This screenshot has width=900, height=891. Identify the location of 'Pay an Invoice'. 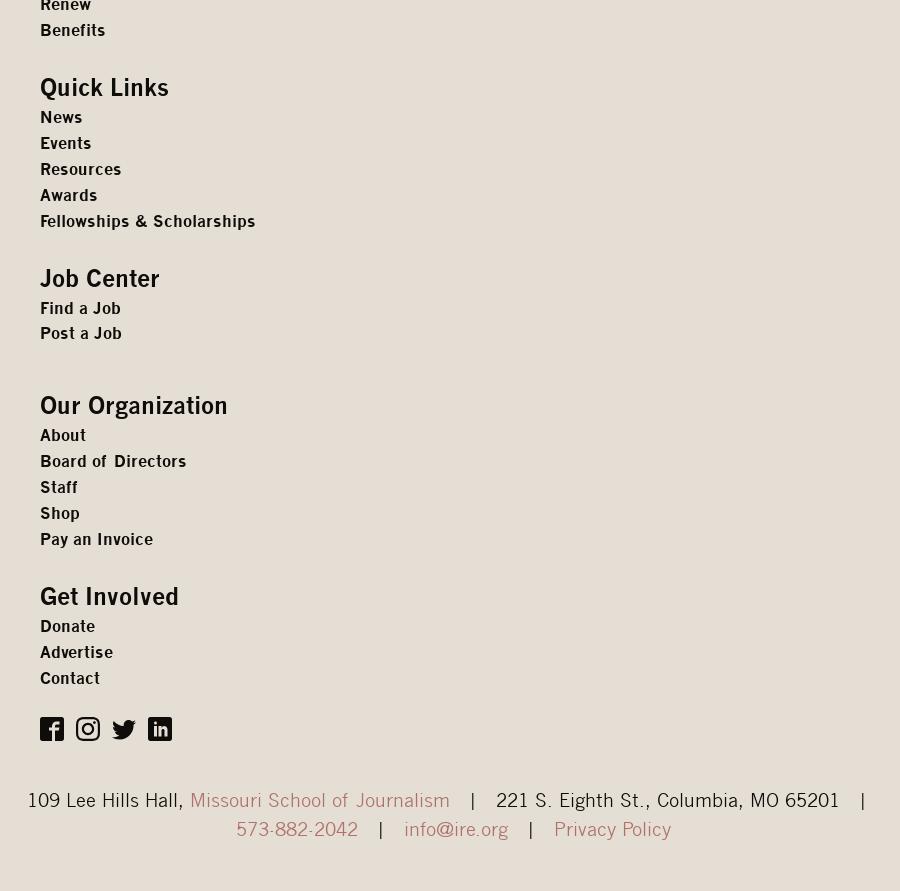
(95, 539).